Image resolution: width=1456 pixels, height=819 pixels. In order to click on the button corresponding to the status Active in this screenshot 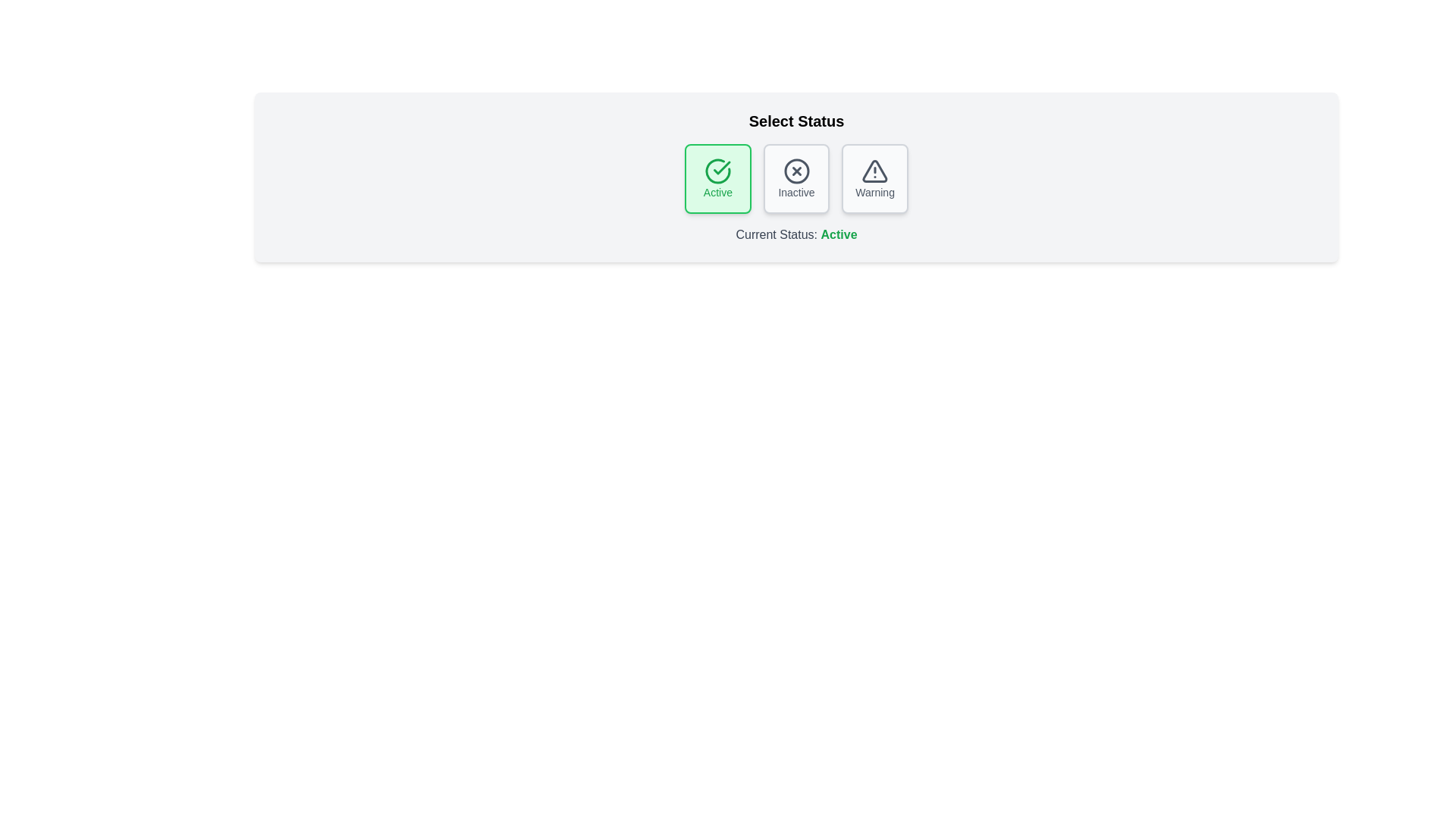, I will do `click(717, 177)`.